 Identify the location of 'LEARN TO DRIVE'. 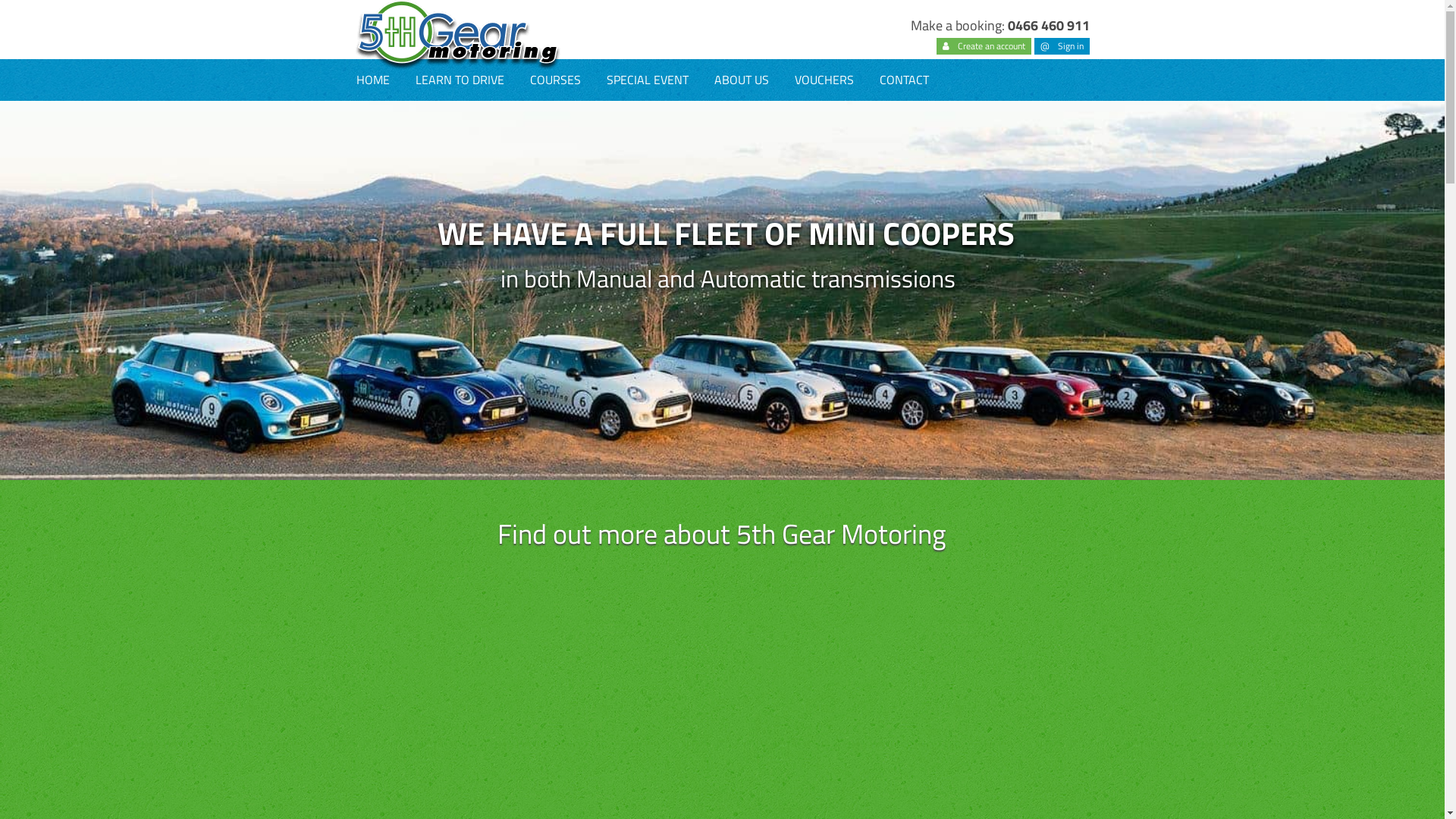
(401, 80).